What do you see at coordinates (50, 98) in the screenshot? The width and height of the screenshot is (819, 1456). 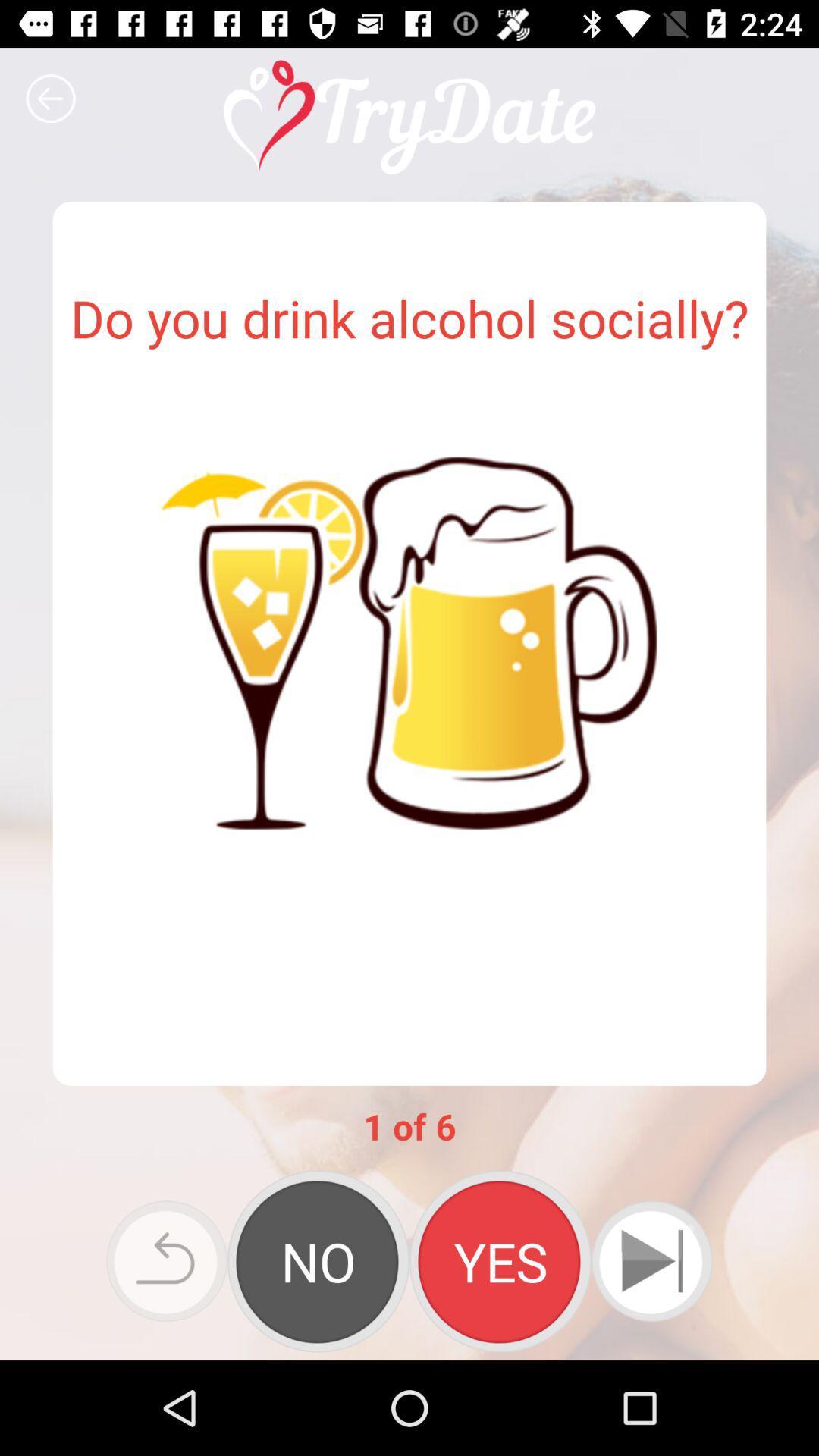 I see `previous` at bounding box center [50, 98].